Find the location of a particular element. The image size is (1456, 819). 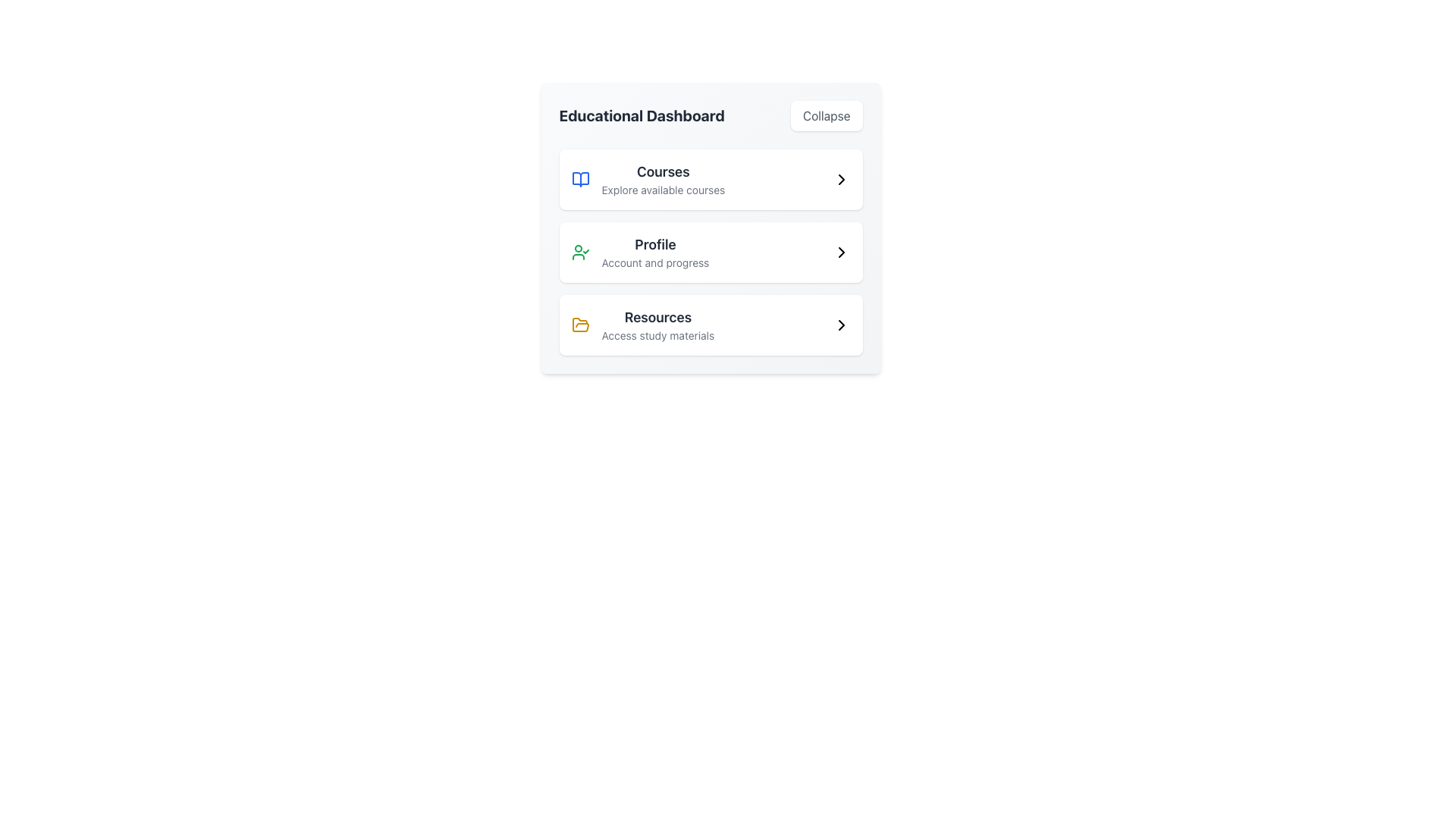

the 'Courses' interactive menu item featuring a blue open book icon and bold black text is located at coordinates (648, 178).